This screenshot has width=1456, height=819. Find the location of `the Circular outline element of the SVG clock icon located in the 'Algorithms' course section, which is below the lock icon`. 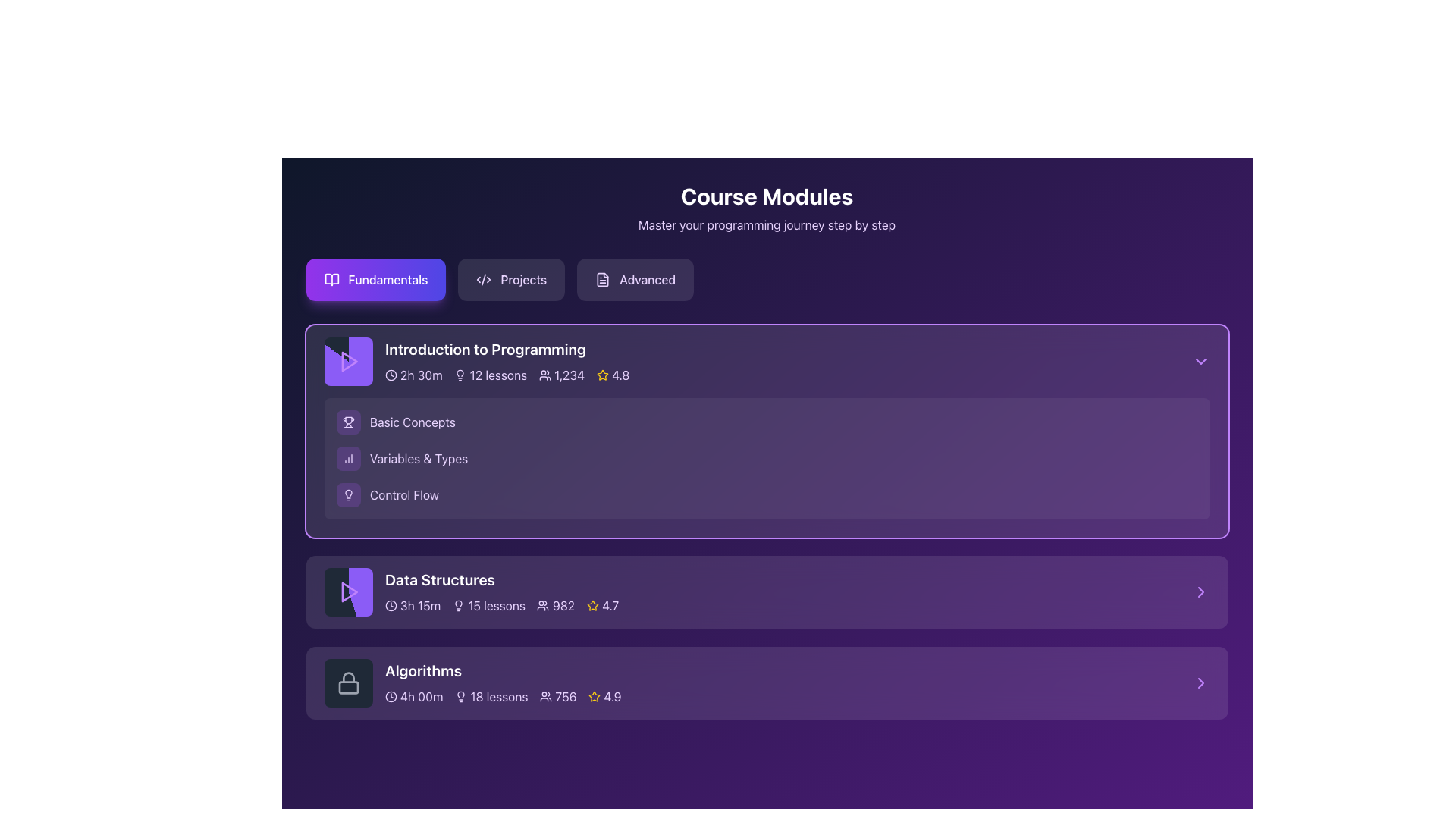

the Circular outline element of the SVG clock icon located in the 'Algorithms' course section, which is below the lock icon is located at coordinates (391, 696).